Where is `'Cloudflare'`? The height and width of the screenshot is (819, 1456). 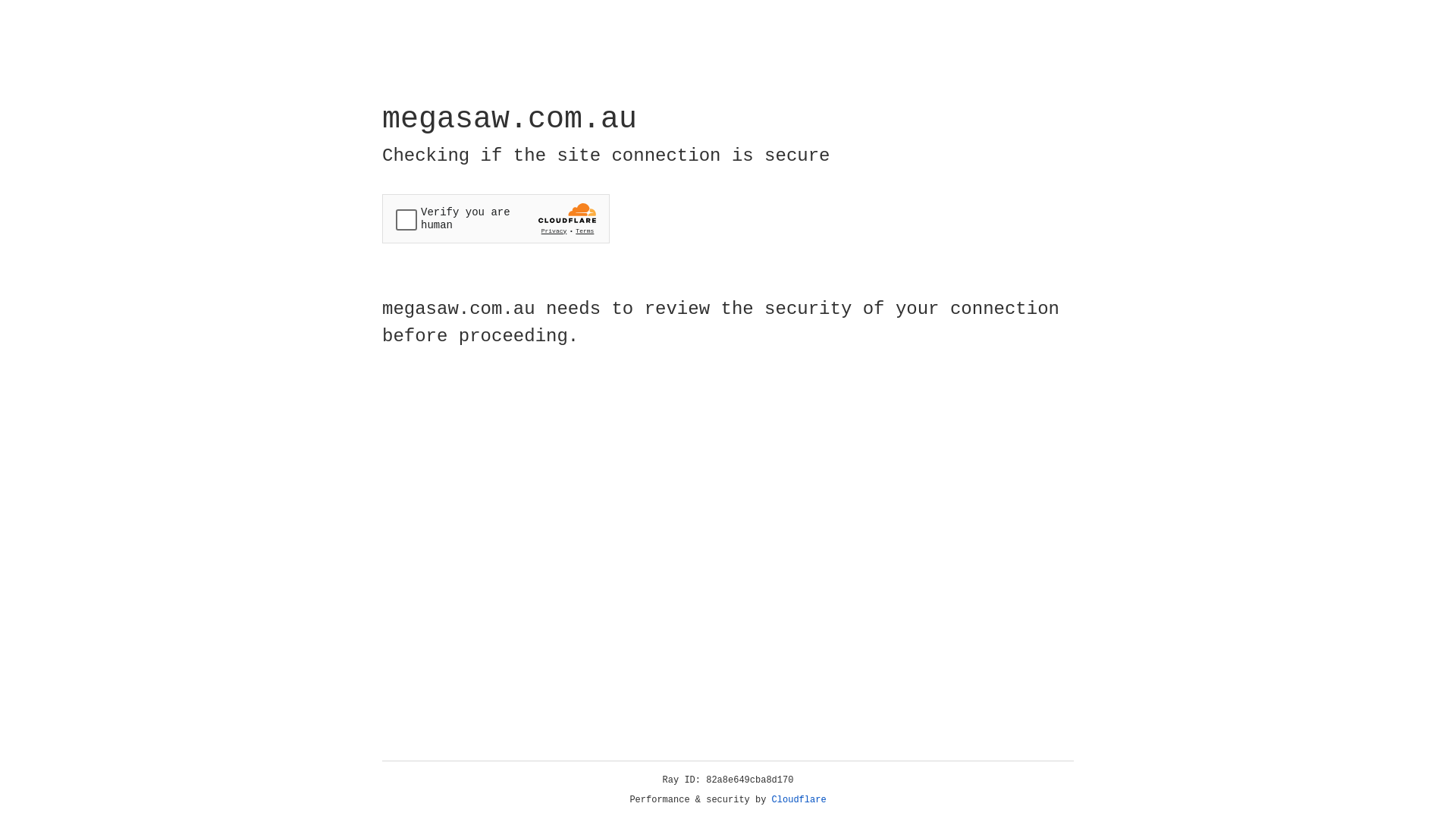 'Cloudflare' is located at coordinates (771, 799).